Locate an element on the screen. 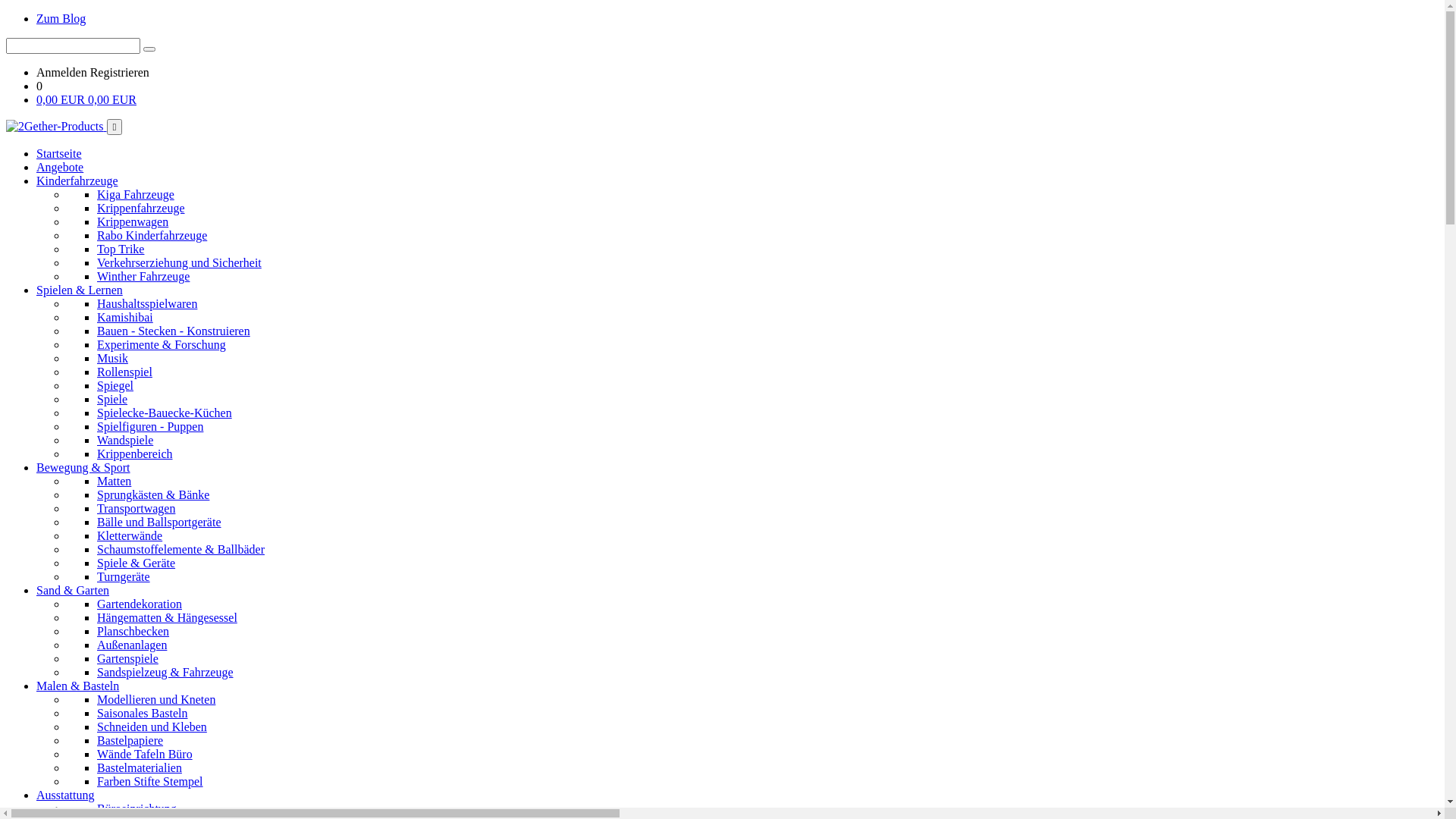 The height and width of the screenshot is (819, 1456). 'Gartenspiele' is located at coordinates (127, 657).